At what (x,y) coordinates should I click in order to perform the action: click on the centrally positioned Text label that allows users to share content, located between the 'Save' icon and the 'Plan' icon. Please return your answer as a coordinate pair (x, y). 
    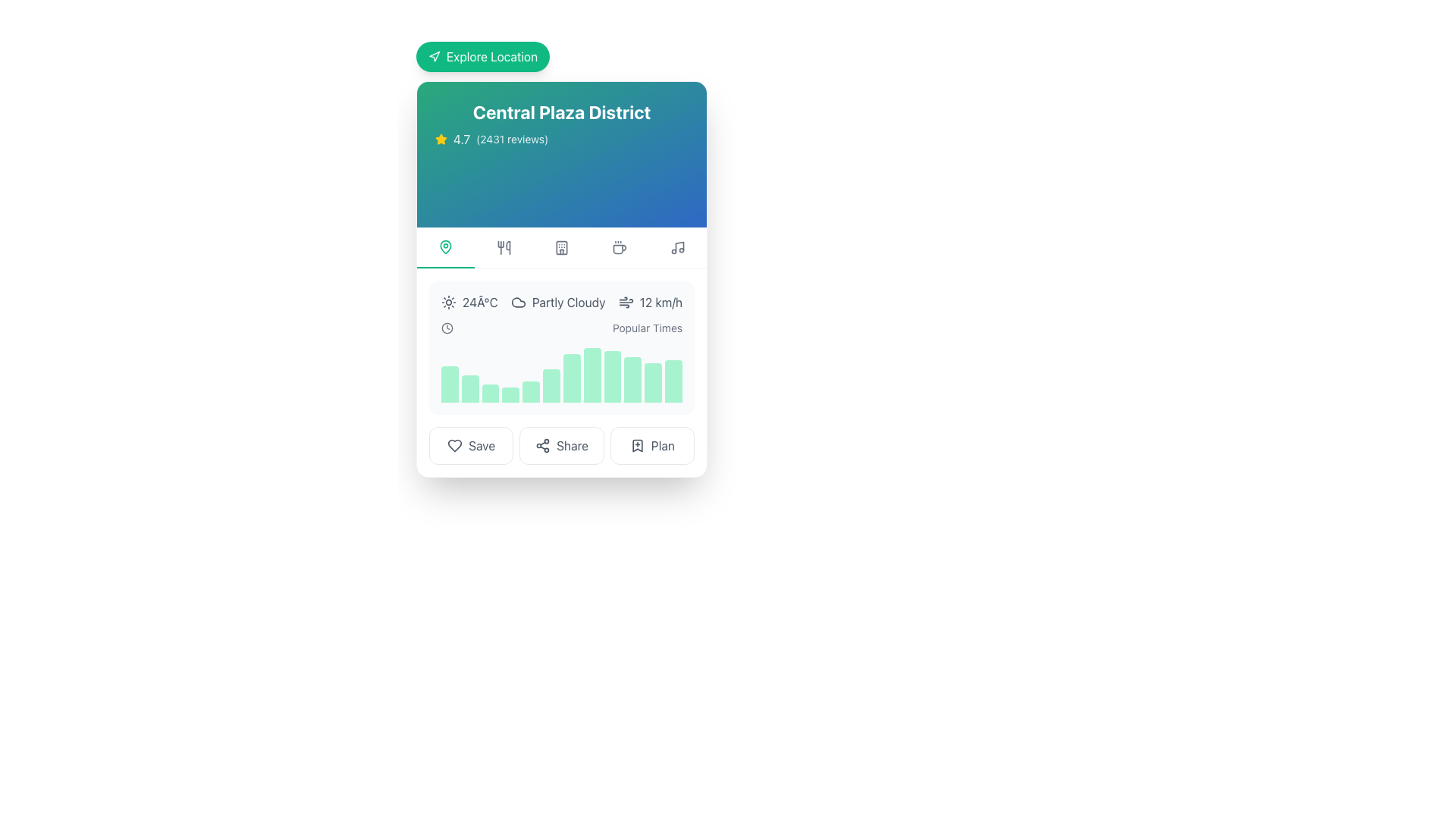
    Looking at the image, I should click on (571, 444).